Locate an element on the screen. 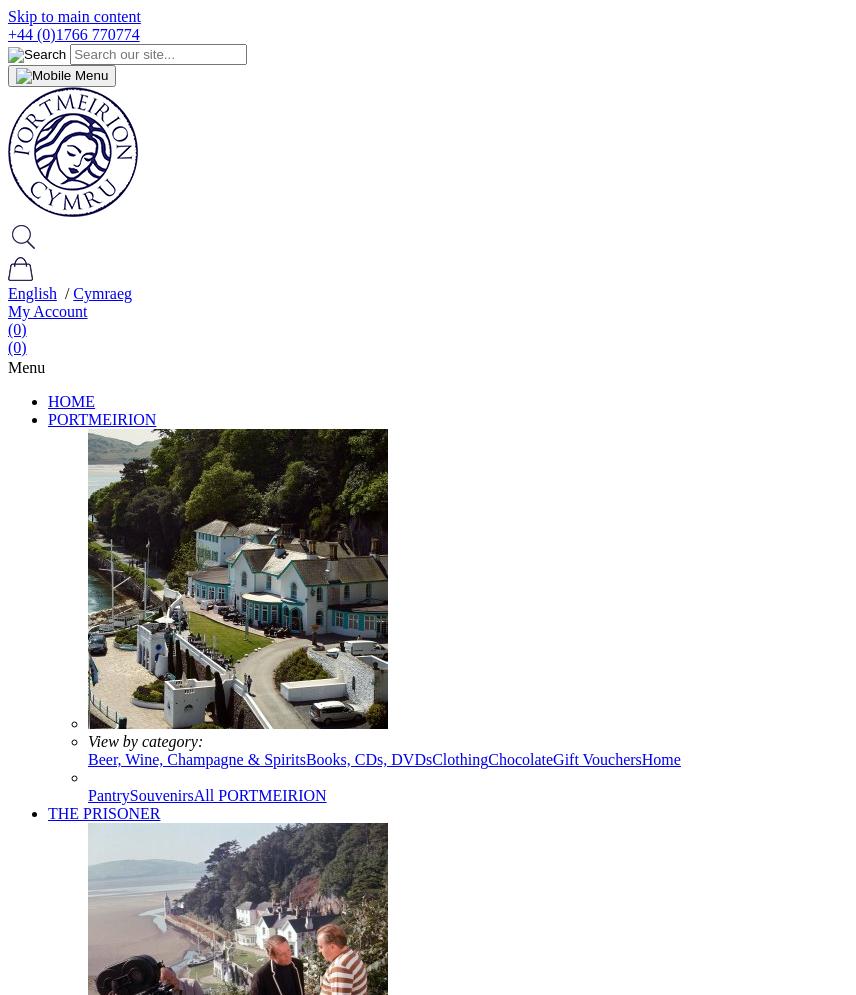 Image resolution: width=856 pixels, height=995 pixels. 'Cymraeg' is located at coordinates (102, 292).